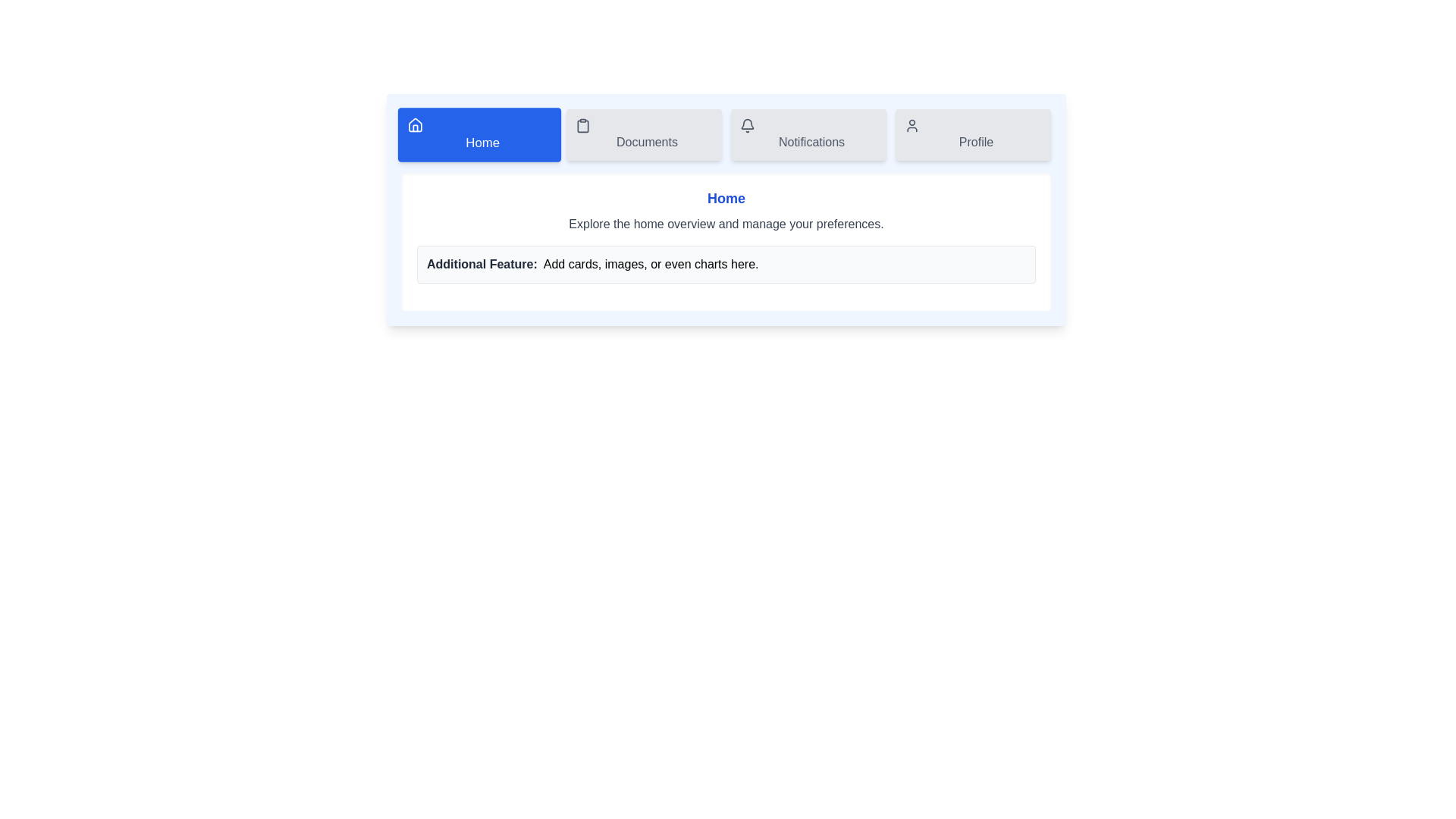 The image size is (1456, 819). Describe the element at coordinates (808, 133) in the screenshot. I see `the Notifications tab by clicking its button` at that location.